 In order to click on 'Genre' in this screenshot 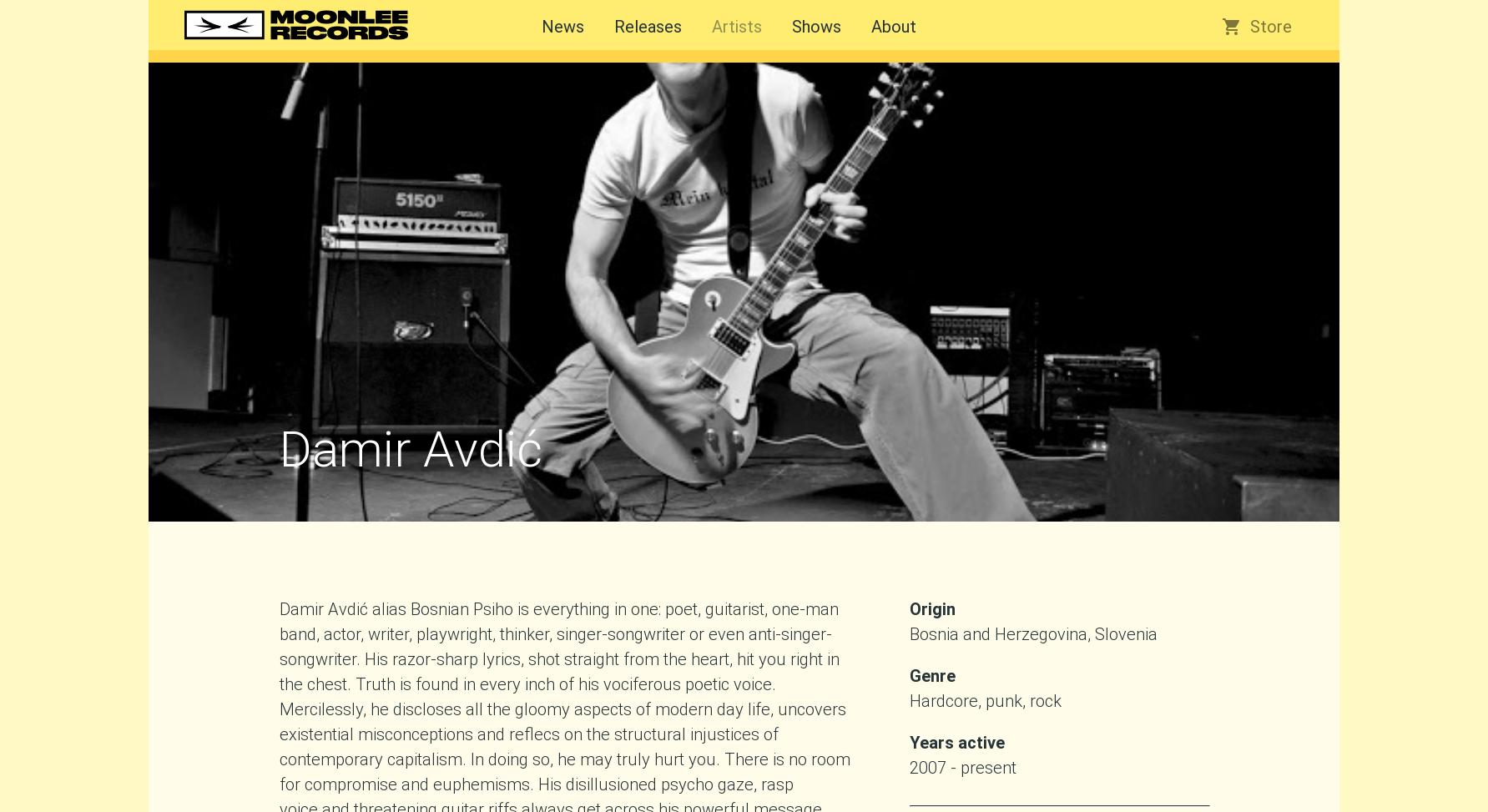, I will do `click(909, 675)`.